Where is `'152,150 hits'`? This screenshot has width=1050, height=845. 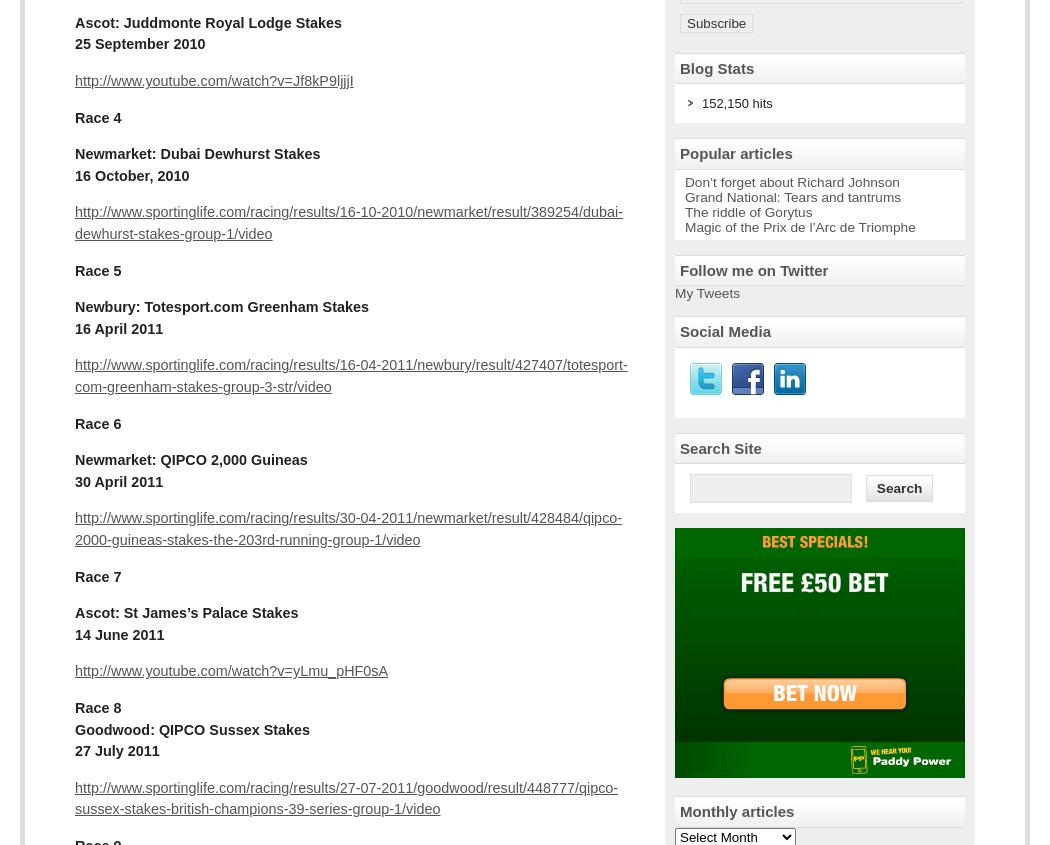 '152,150 hits' is located at coordinates (702, 103).